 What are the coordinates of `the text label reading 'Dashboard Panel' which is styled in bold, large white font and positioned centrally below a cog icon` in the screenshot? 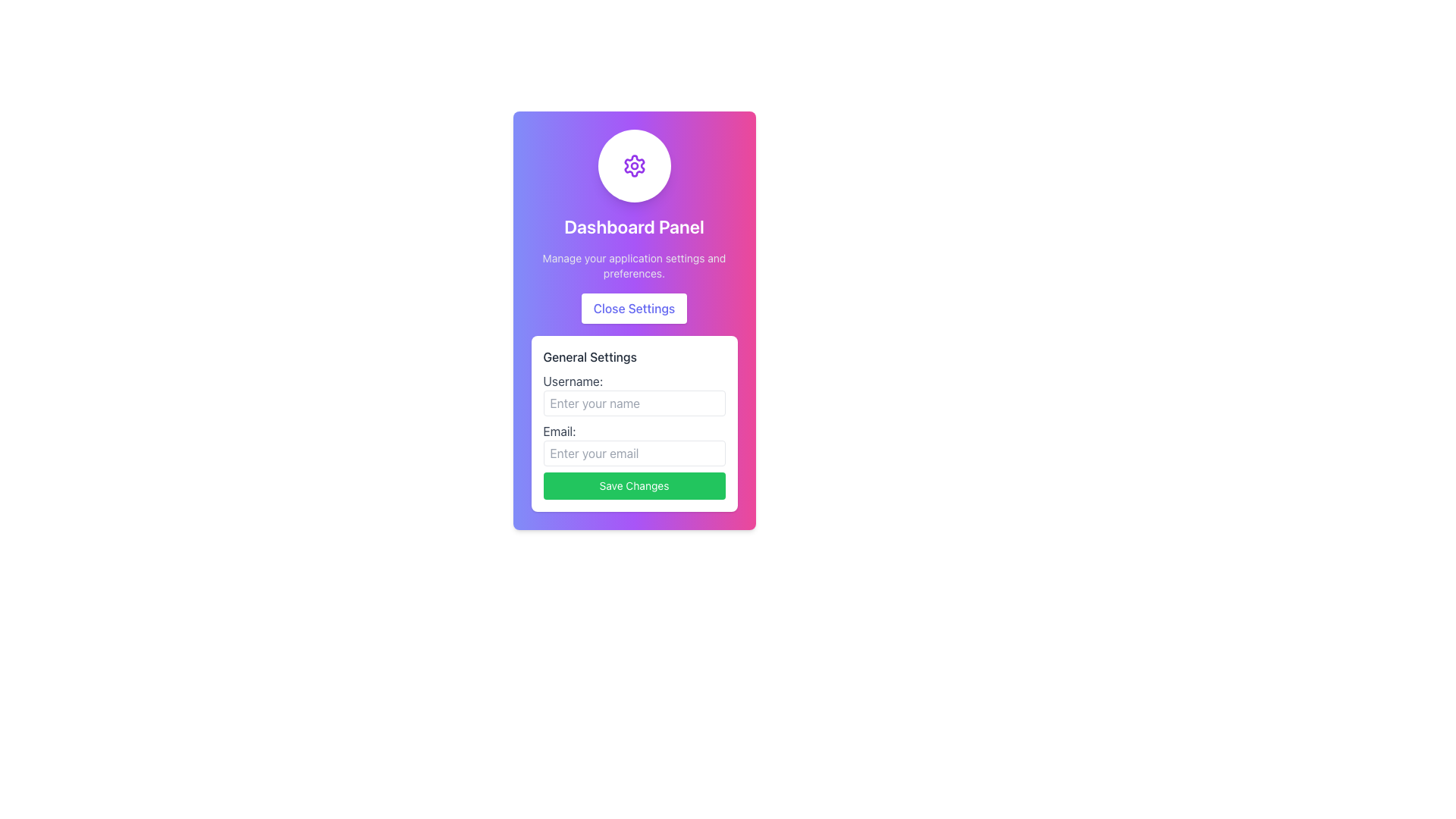 It's located at (634, 227).